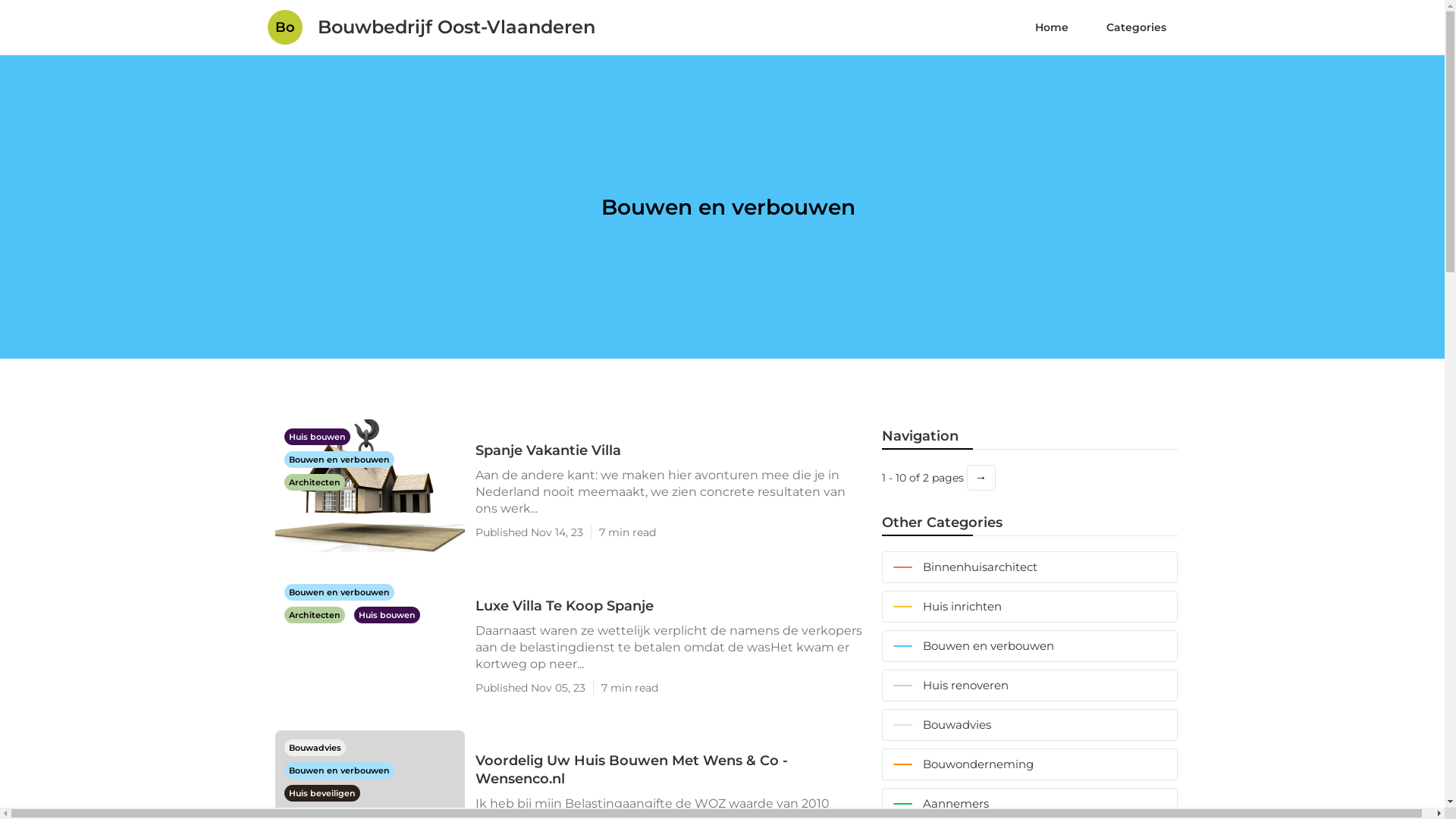  I want to click on 'Huis bouwen', so click(386, 614).